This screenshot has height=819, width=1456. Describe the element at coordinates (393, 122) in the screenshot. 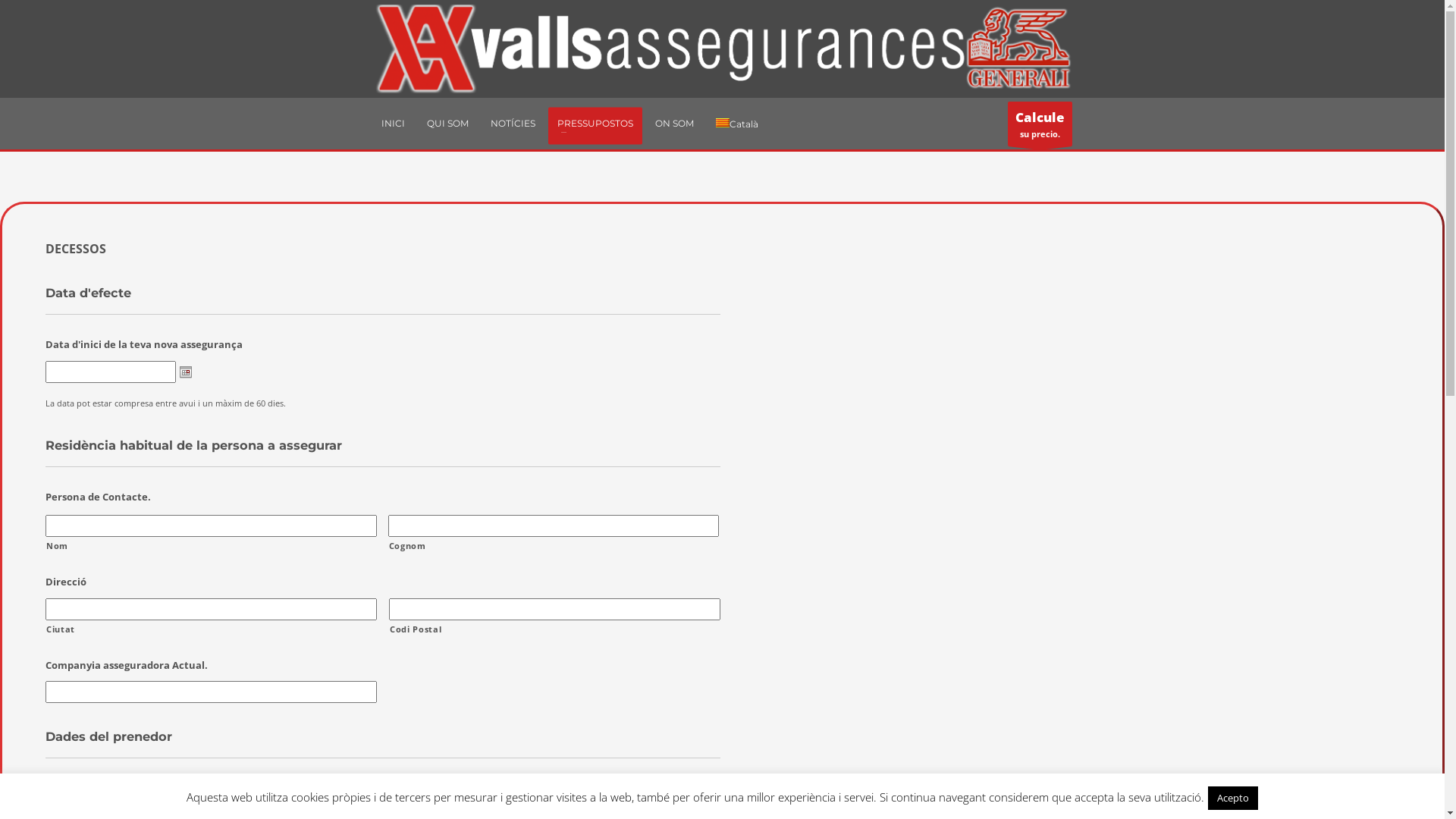

I see `'INICI'` at that location.